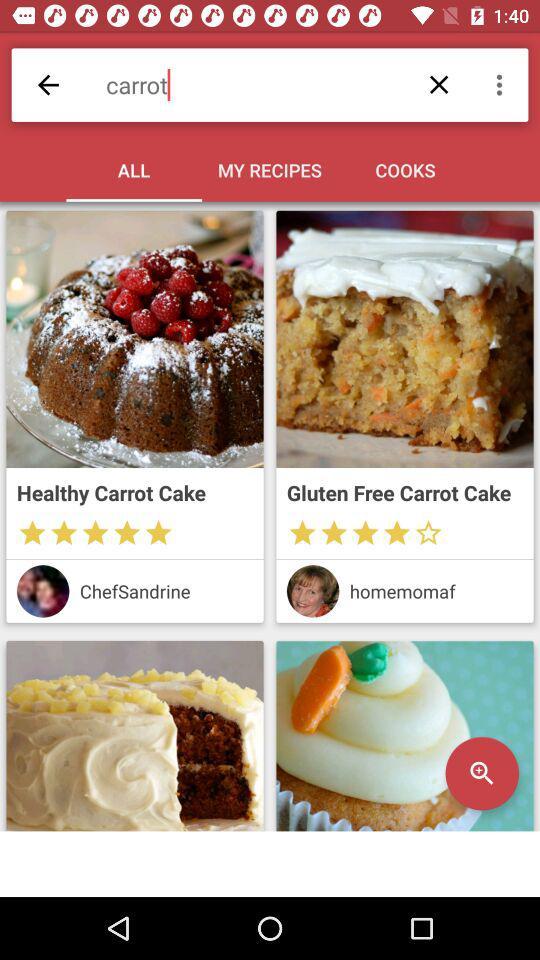  What do you see at coordinates (405, 339) in the screenshot?
I see `open carrot cake recipe` at bounding box center [405, 339].